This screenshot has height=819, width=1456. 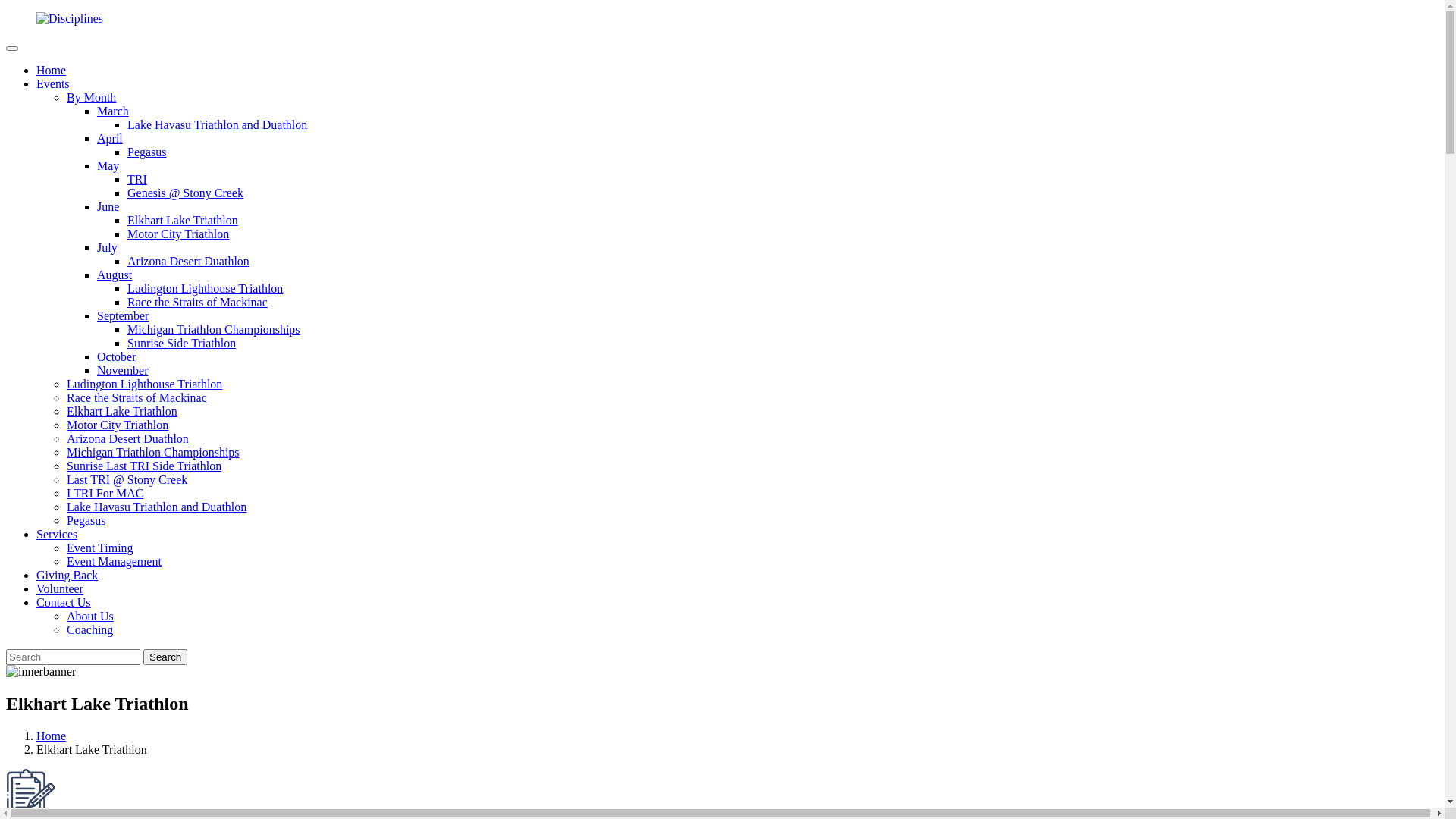 What do you see at coordinates (115, 356) in the screenshot?
I see `'October'` at bounding box center [115, 356].